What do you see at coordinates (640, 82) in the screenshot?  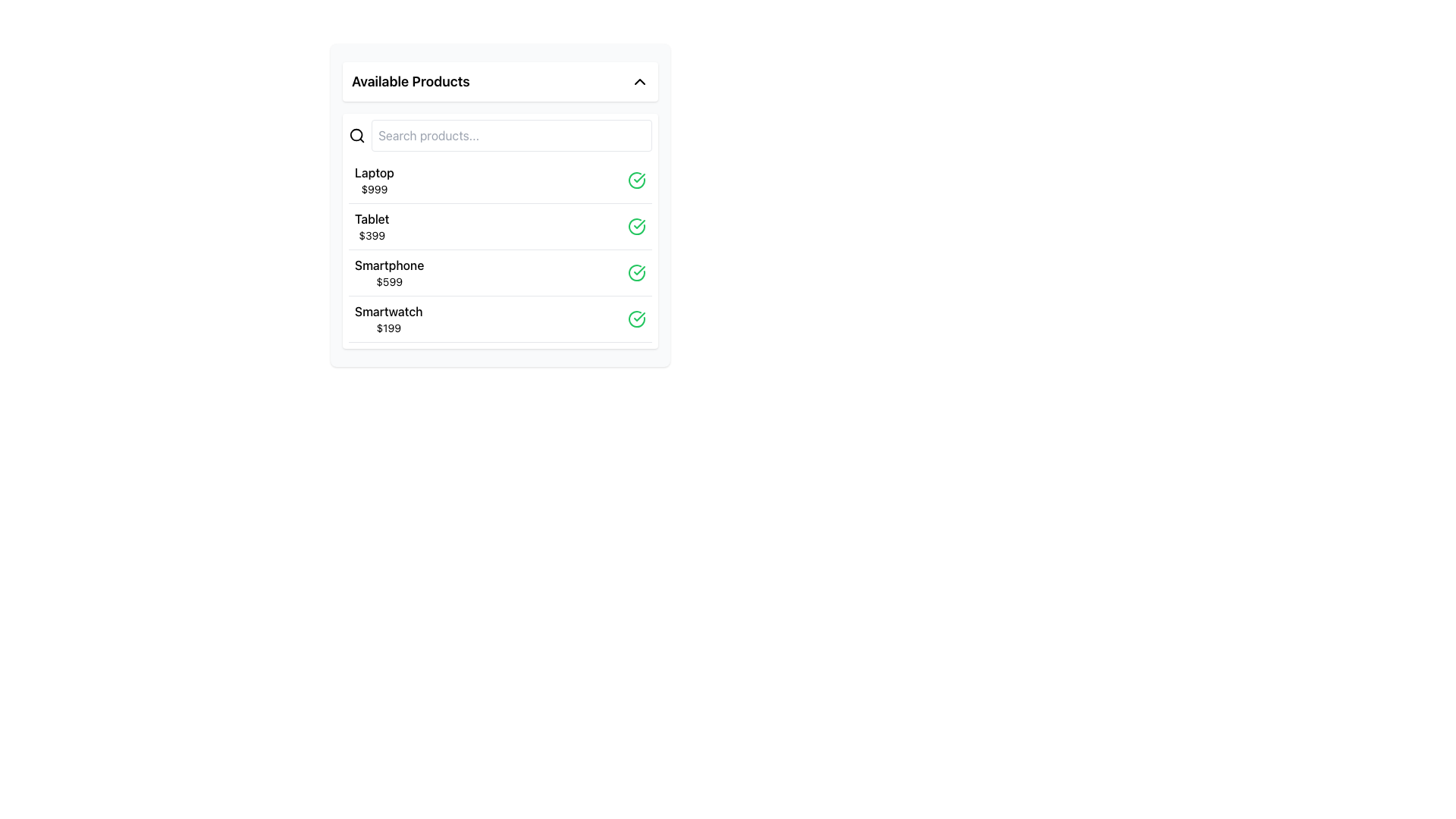 I see `the chevron icon located at the top-right corner of the 'Available Products' section` at bounding box center [640, 82].